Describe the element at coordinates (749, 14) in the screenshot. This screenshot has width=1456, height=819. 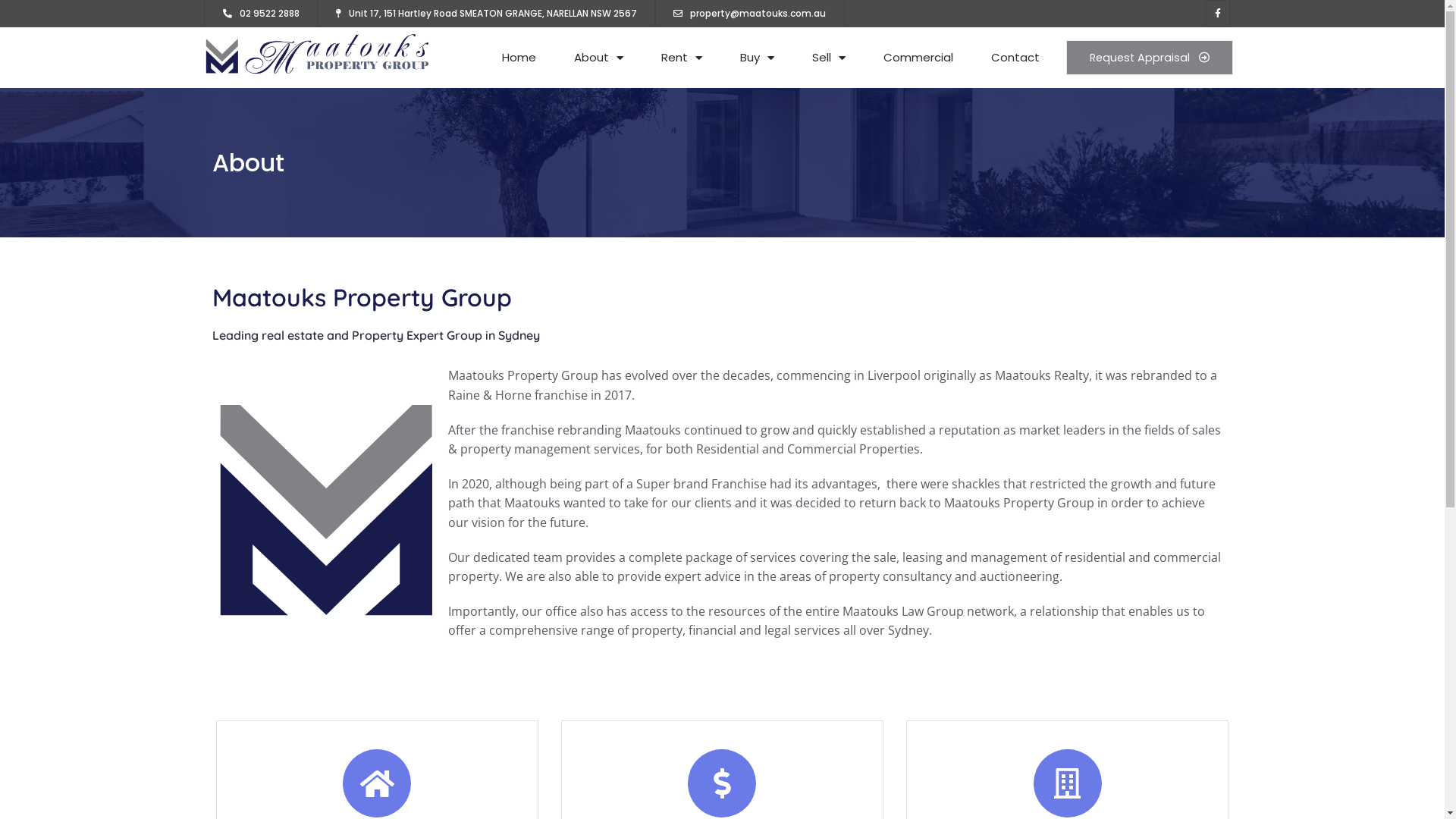
I see `'property@maatouks.com.au'` at that location.